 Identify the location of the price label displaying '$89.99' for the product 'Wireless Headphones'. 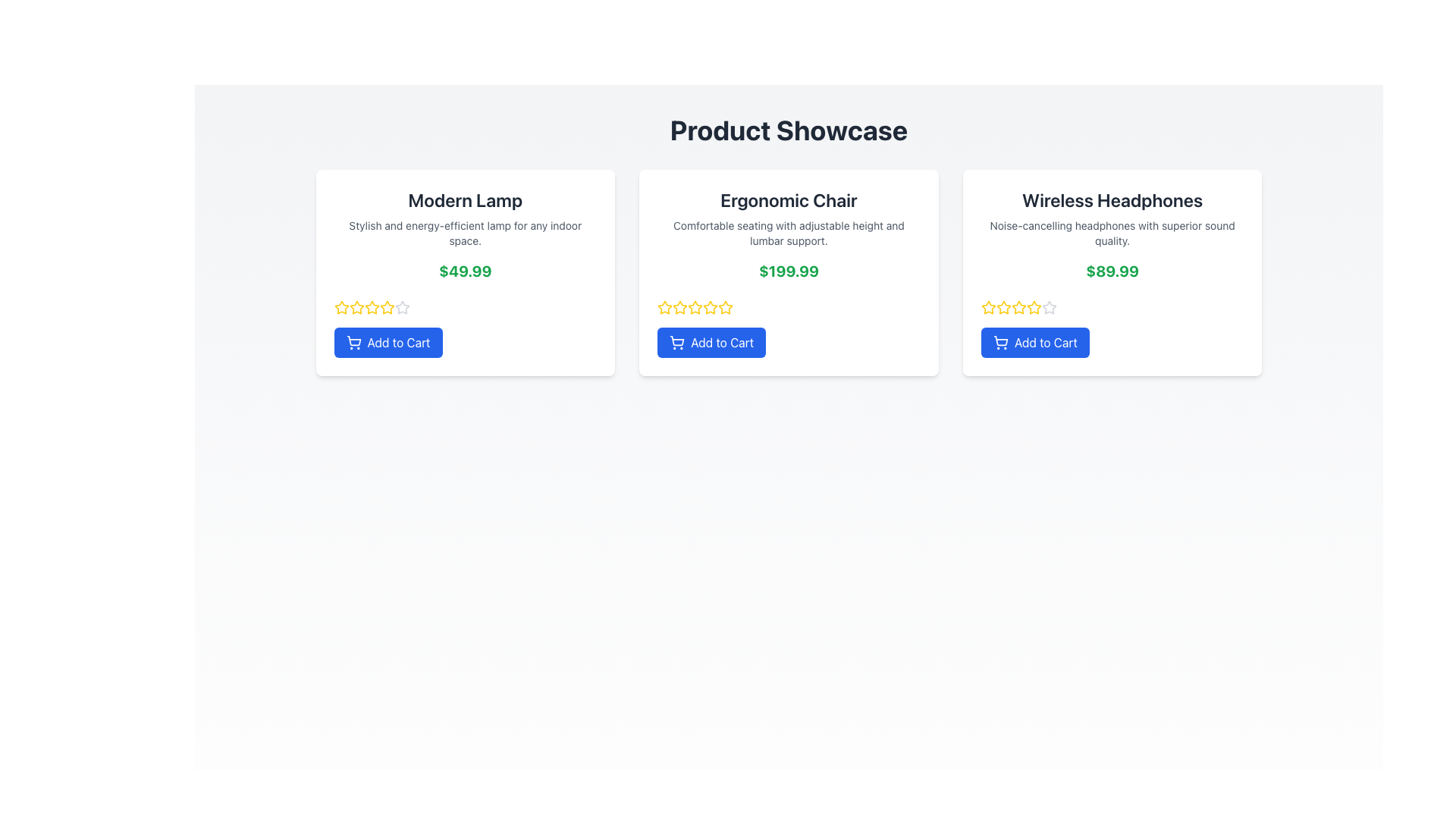
(1112, 271).